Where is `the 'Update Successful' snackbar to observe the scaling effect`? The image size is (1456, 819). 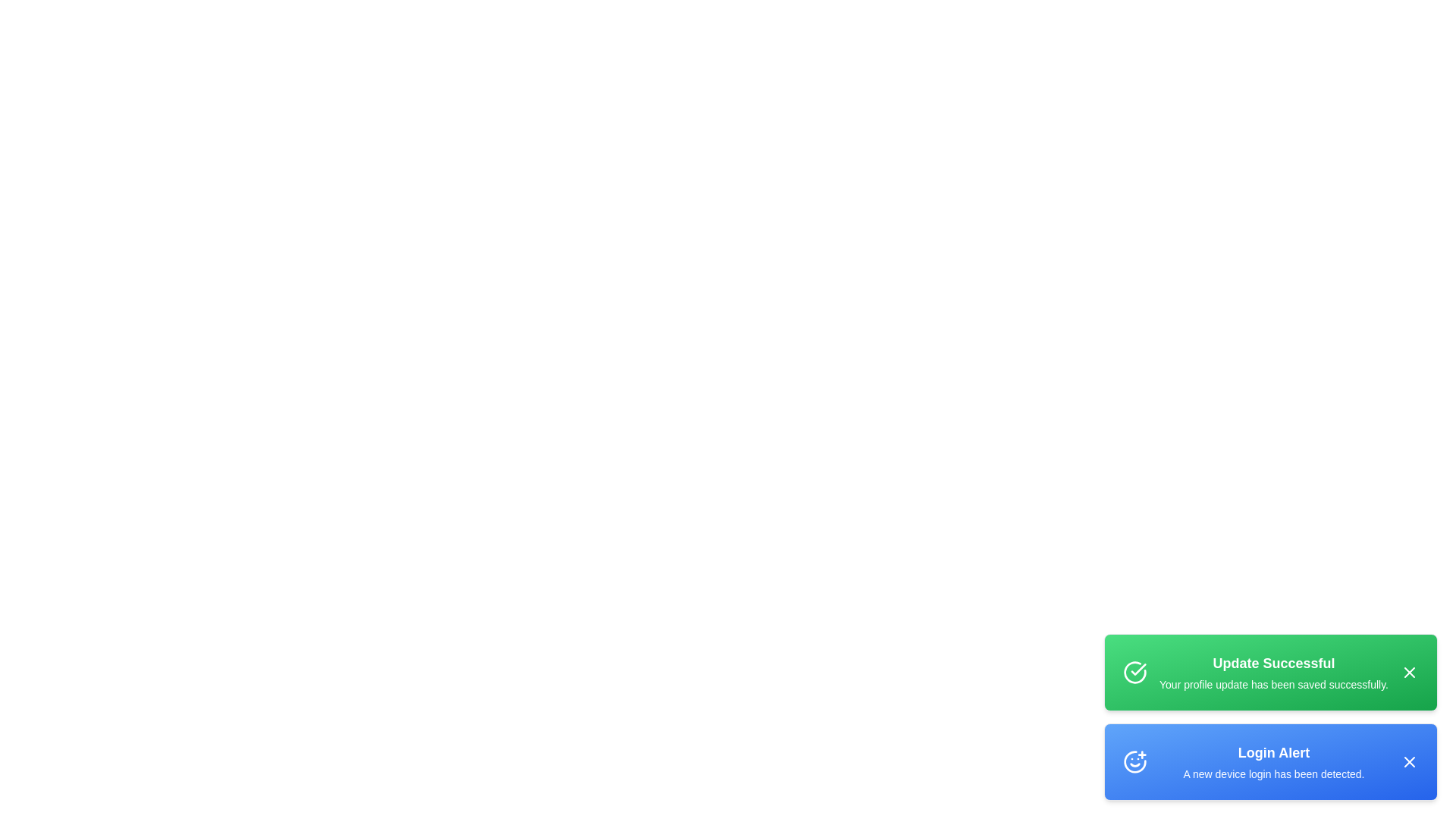 the 'Update Successful' snackbar to observe the scaling effect is located at coordinates (1270, 672).